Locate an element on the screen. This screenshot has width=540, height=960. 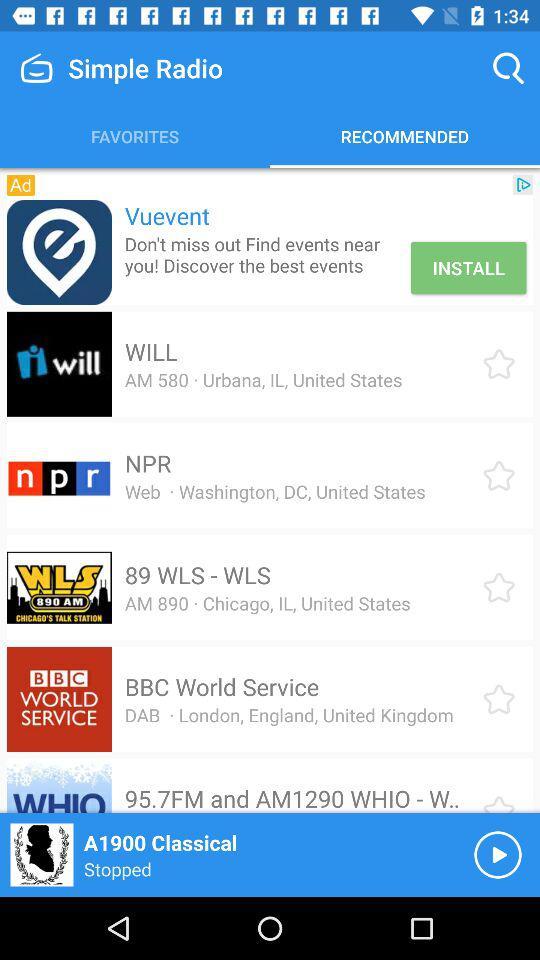
the item below npr icon is located at coordinates (274, 490).